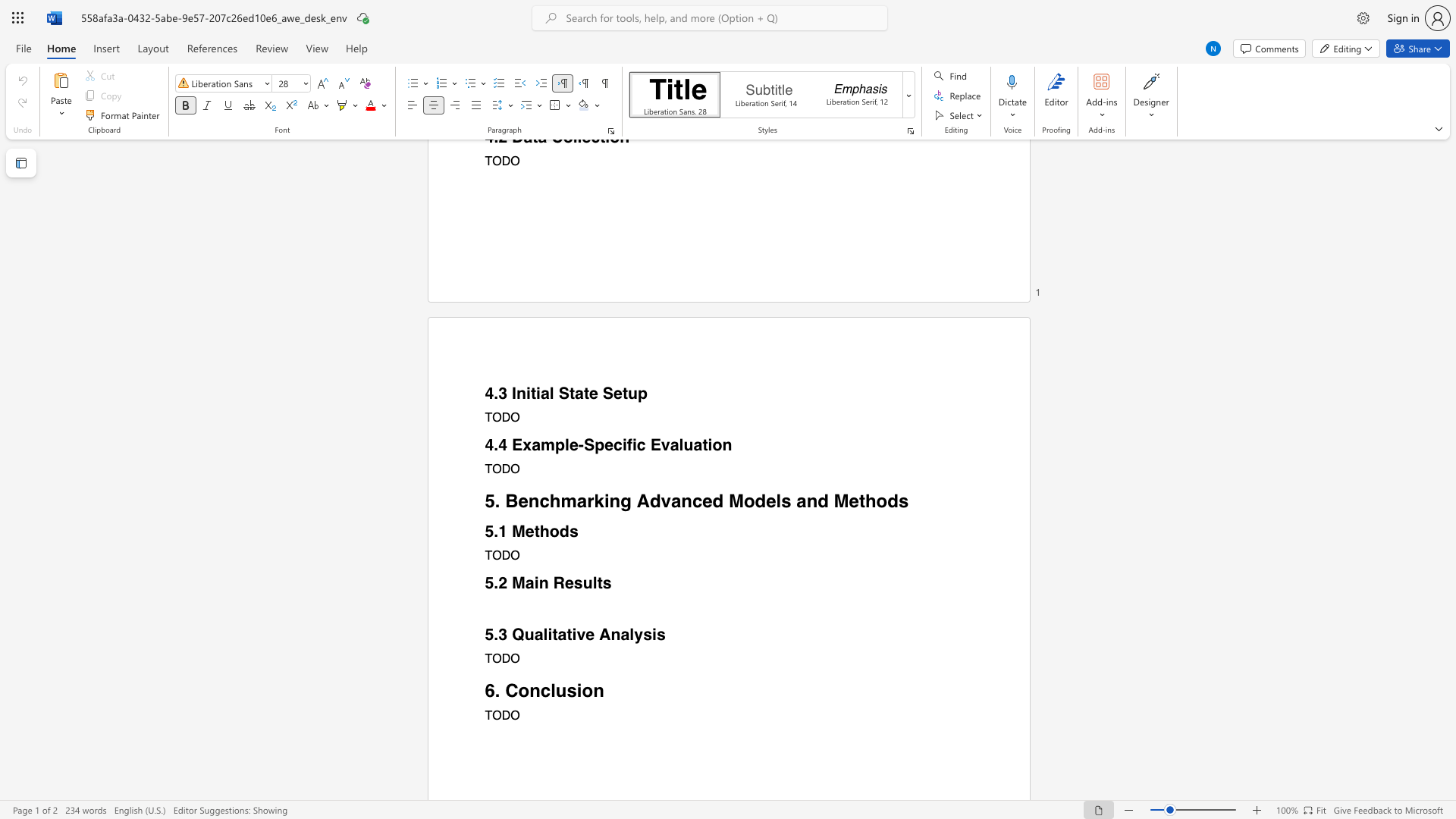 This screenshot has width=1456, height=819. What do you see at coordinates (591, 582) in the screenshot?
I see `the subset text "lt" within the text "5.2 Main Results"` at bounding box center [591, 582].